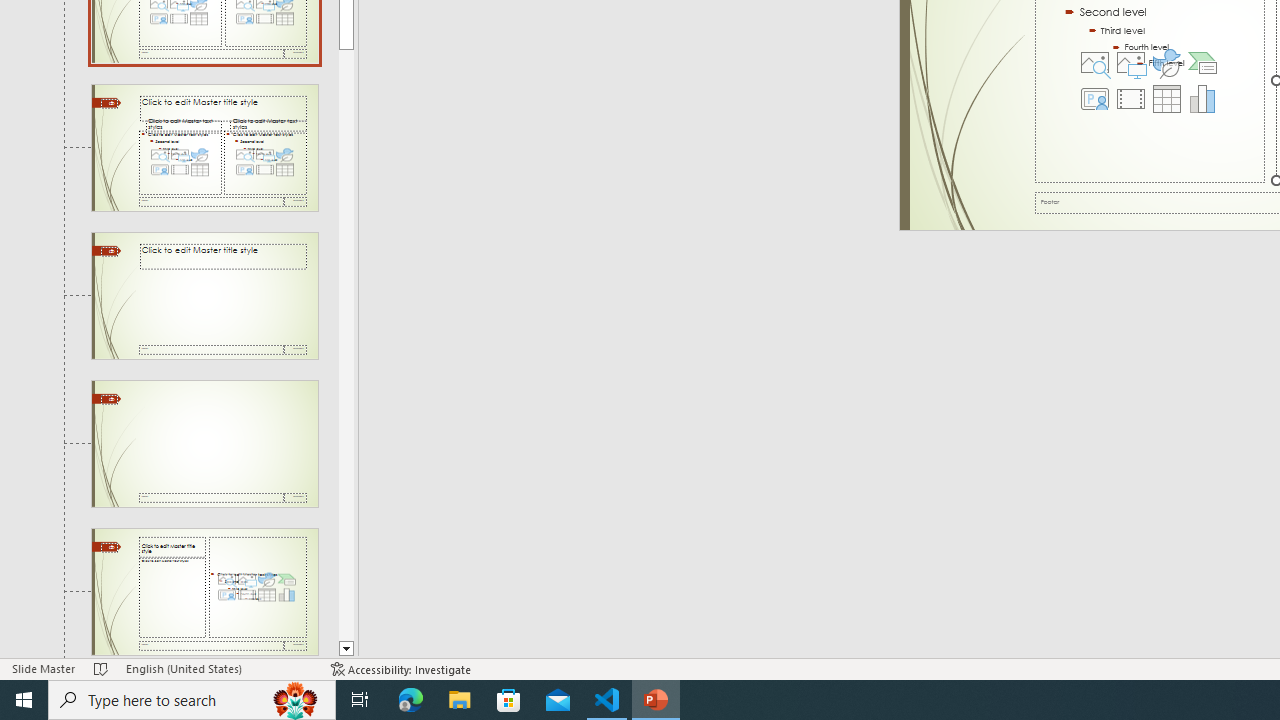  I want to click on 'Insert Cameo', so click(1094, 99).